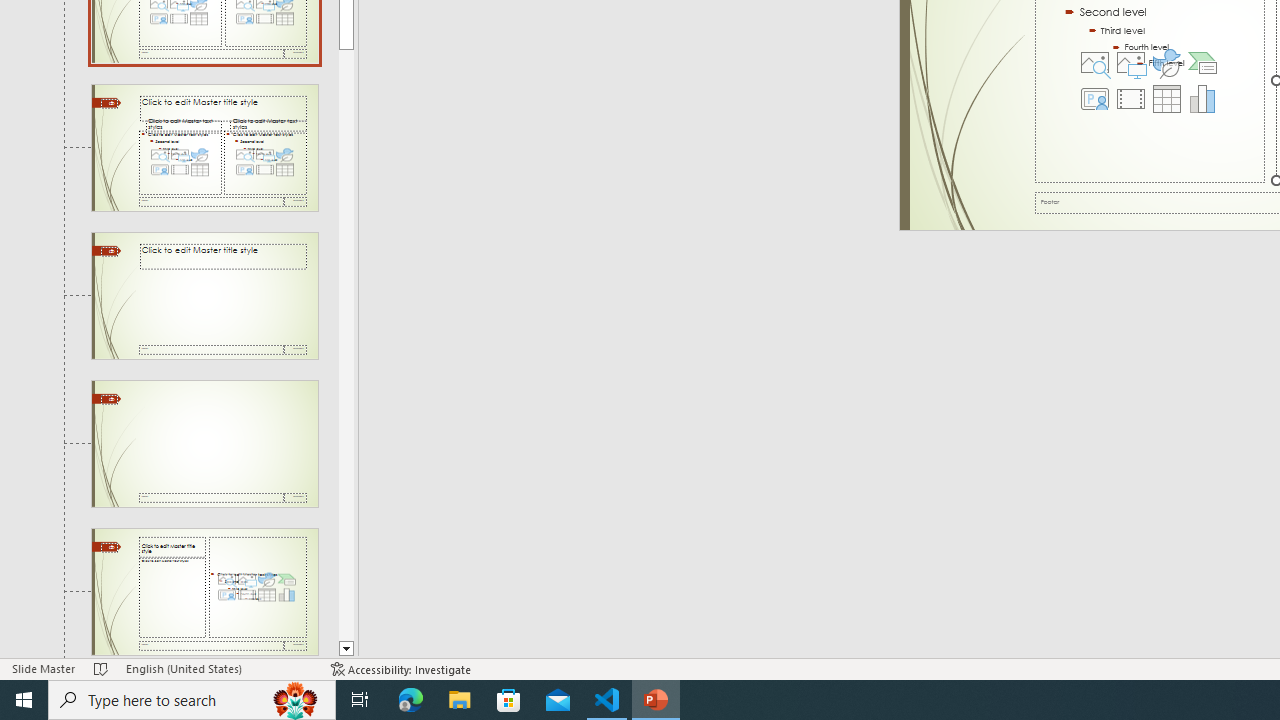  I want to click on 'Insert Cameo', so click(1094, 99).